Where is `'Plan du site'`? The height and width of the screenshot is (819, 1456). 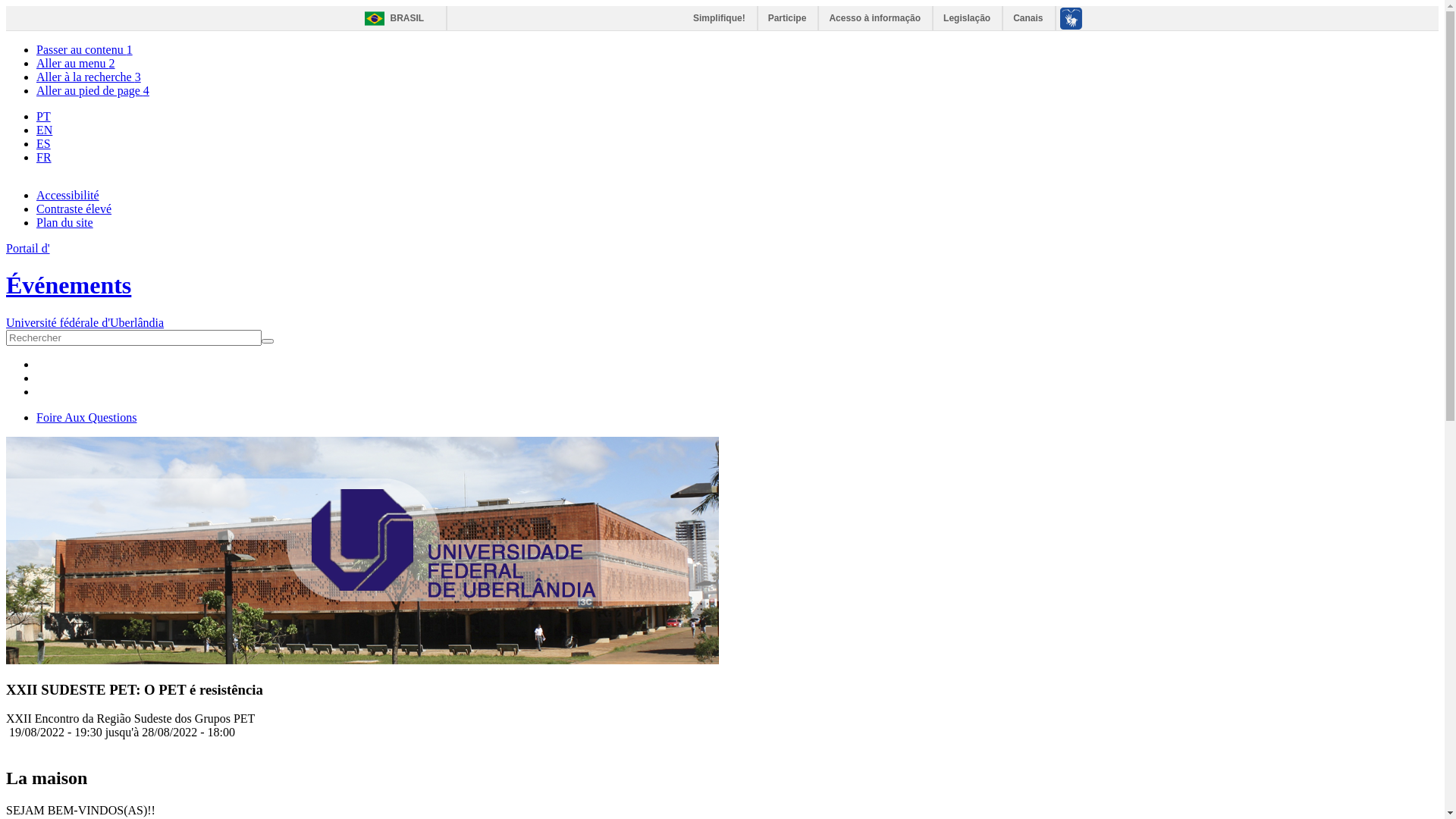
'Plan du site' is located at coordinates (64, 222).